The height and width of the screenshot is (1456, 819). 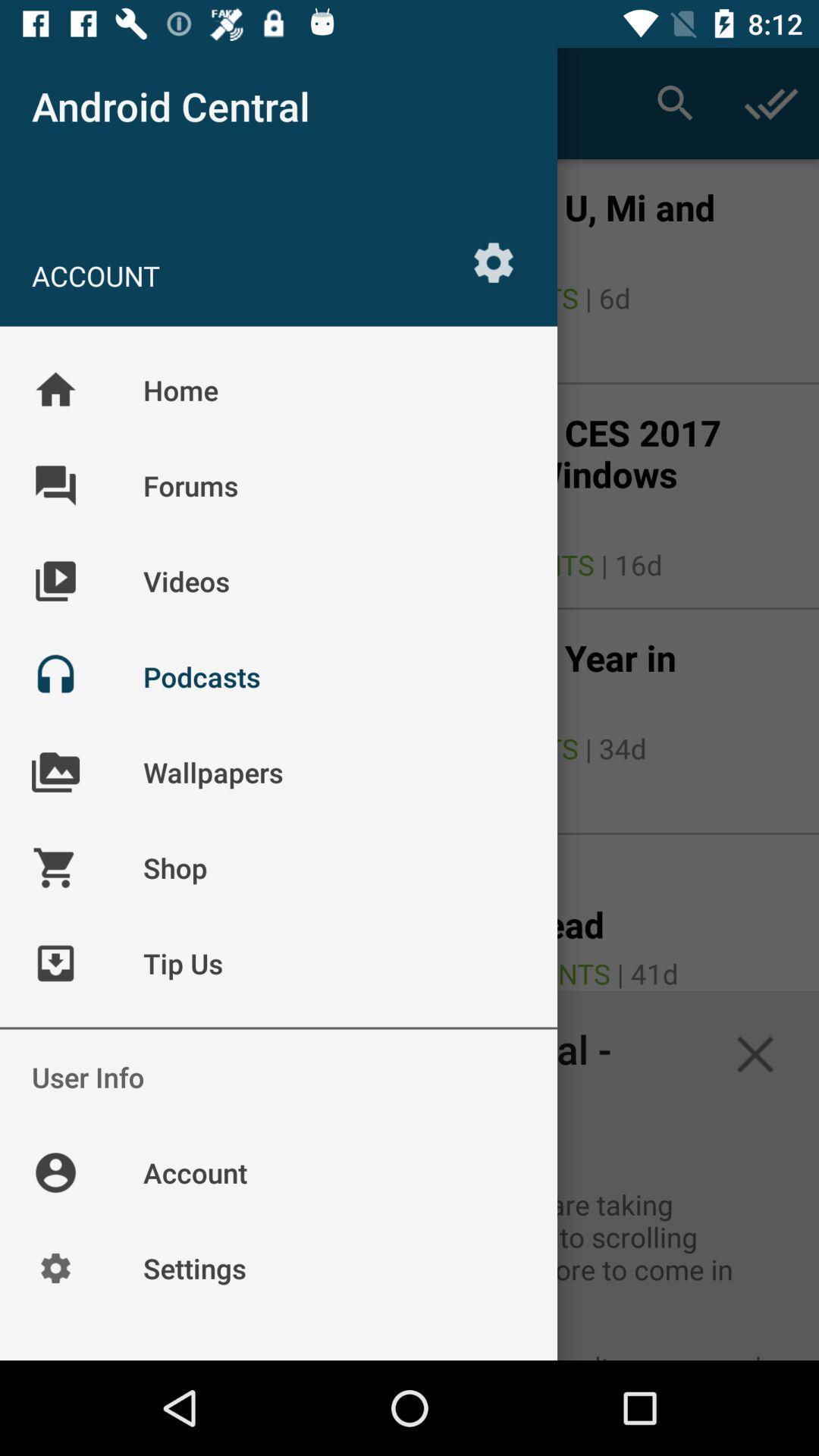 What do you see at coordinates (755, 1053) in the screenshot?
I see `the close icon` at bounding box center [755, 1053].